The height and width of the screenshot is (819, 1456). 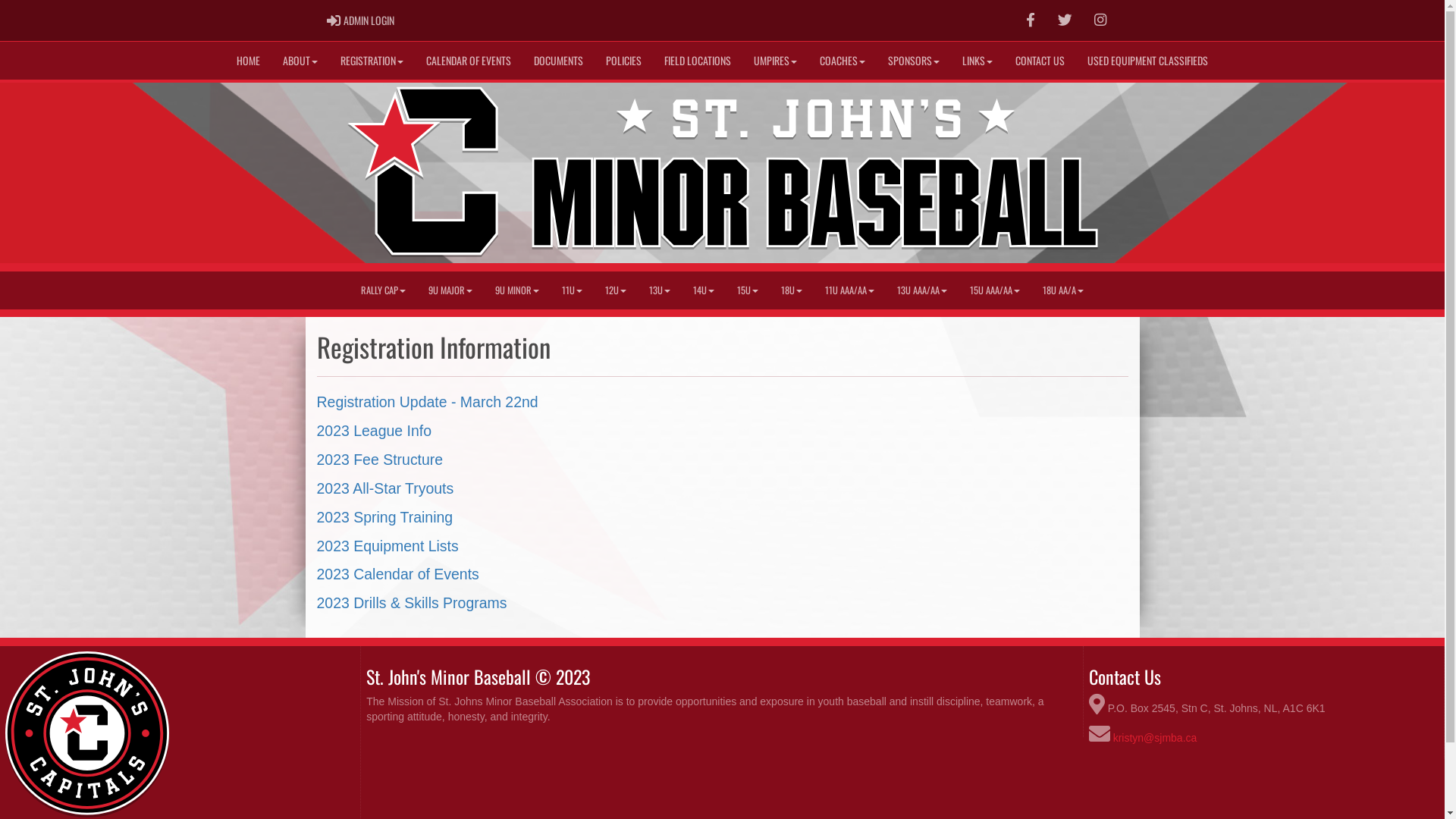 I want to click on 'COACHES', so click(x=841, y=60).